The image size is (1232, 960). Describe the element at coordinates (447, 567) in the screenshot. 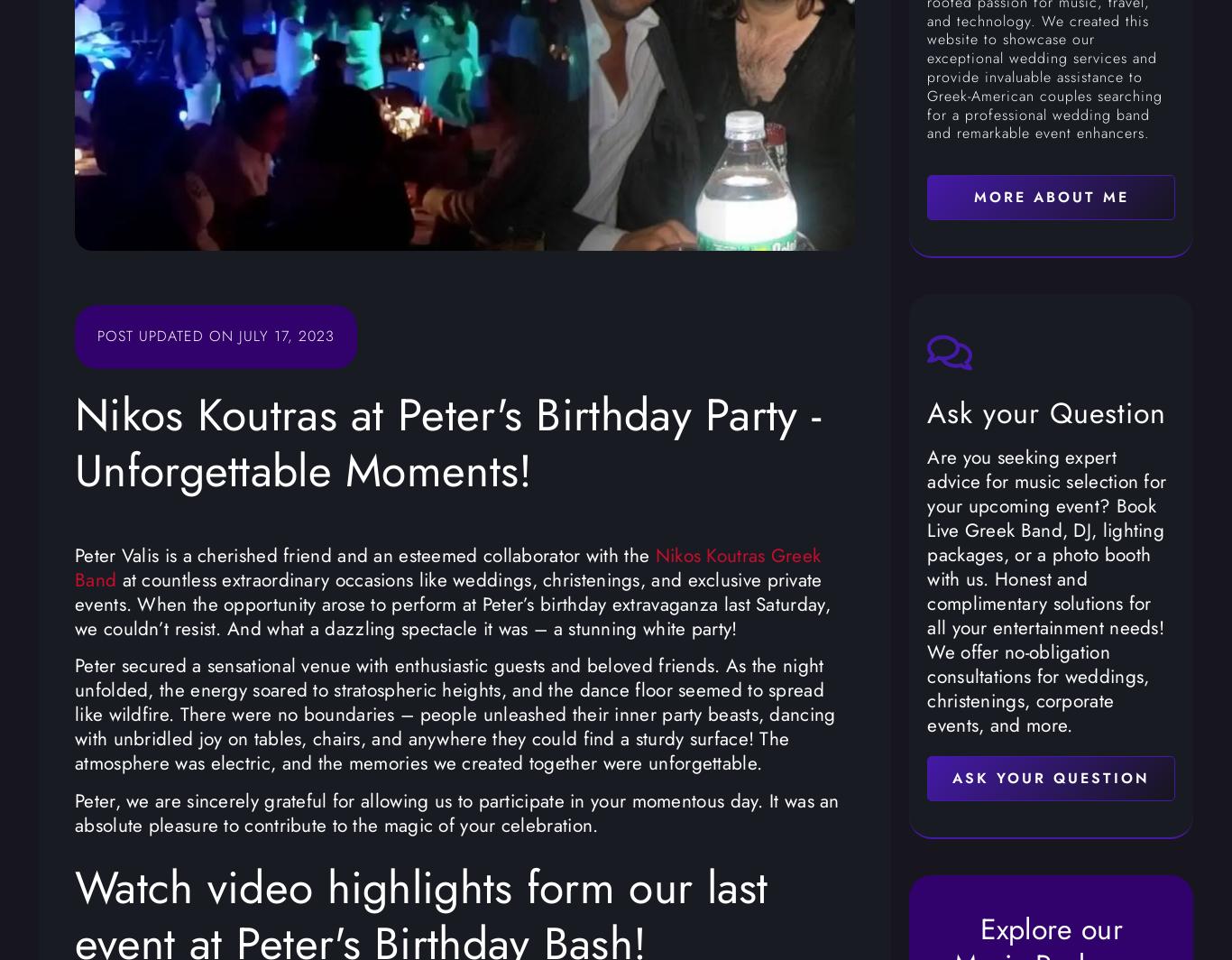

I see `'Nikos Koutras Greek Band'` at that location.